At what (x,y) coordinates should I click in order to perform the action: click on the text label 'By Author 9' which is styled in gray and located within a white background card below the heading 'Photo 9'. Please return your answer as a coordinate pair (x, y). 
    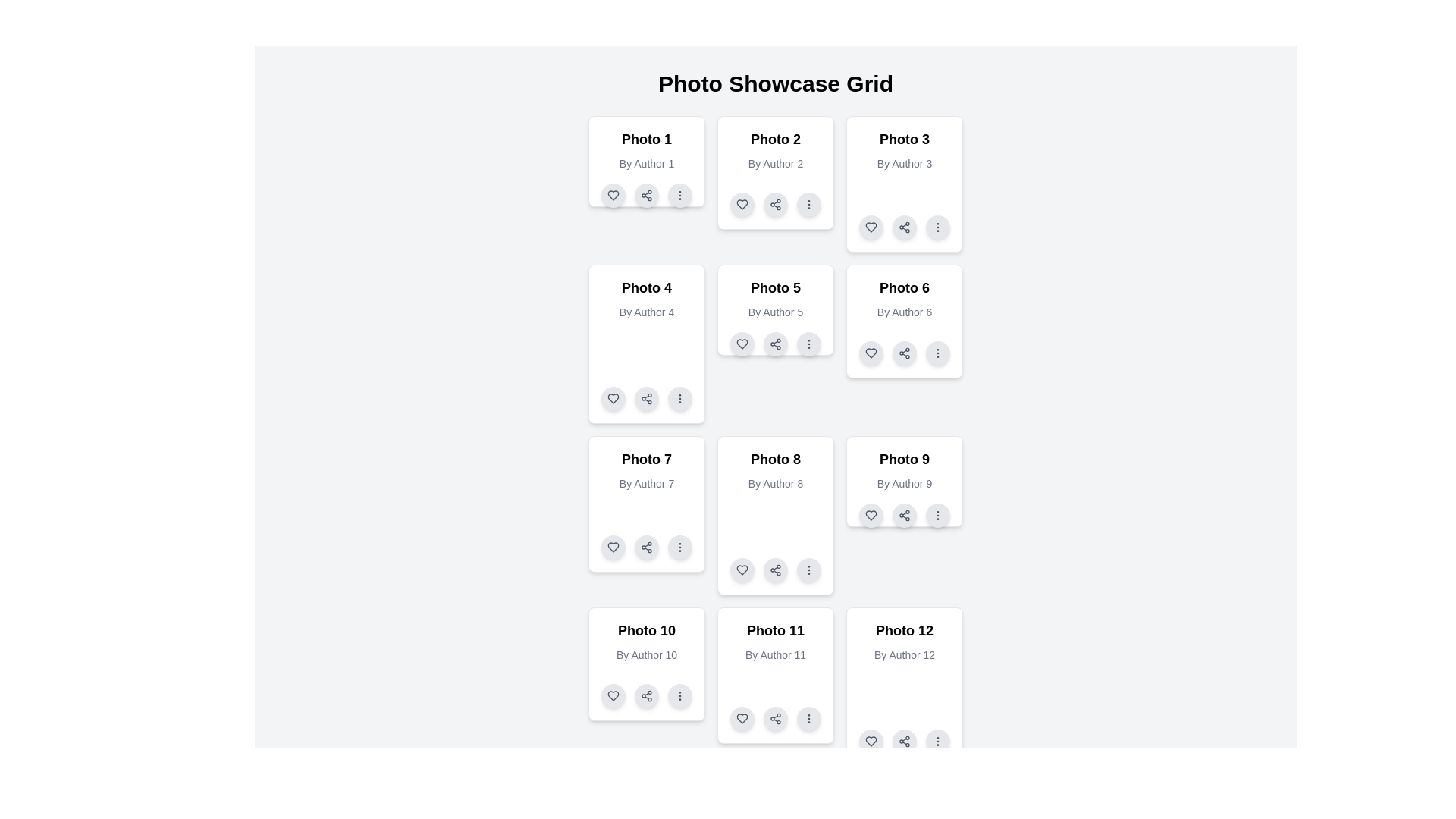
    Looking at the image, I should click on (905, 483).